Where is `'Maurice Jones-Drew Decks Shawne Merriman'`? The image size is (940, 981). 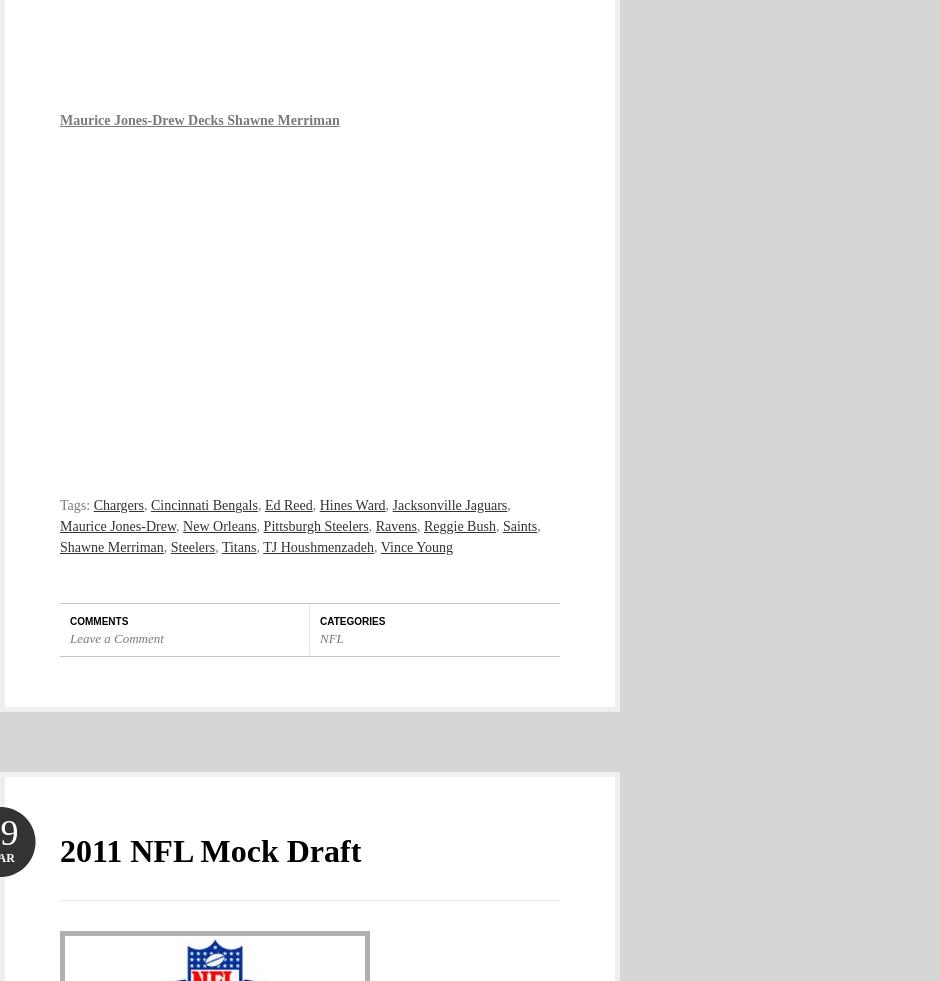
'Maurice Jones-Drew Decks Shawne Merriman' is located at coordinates (198, 118).